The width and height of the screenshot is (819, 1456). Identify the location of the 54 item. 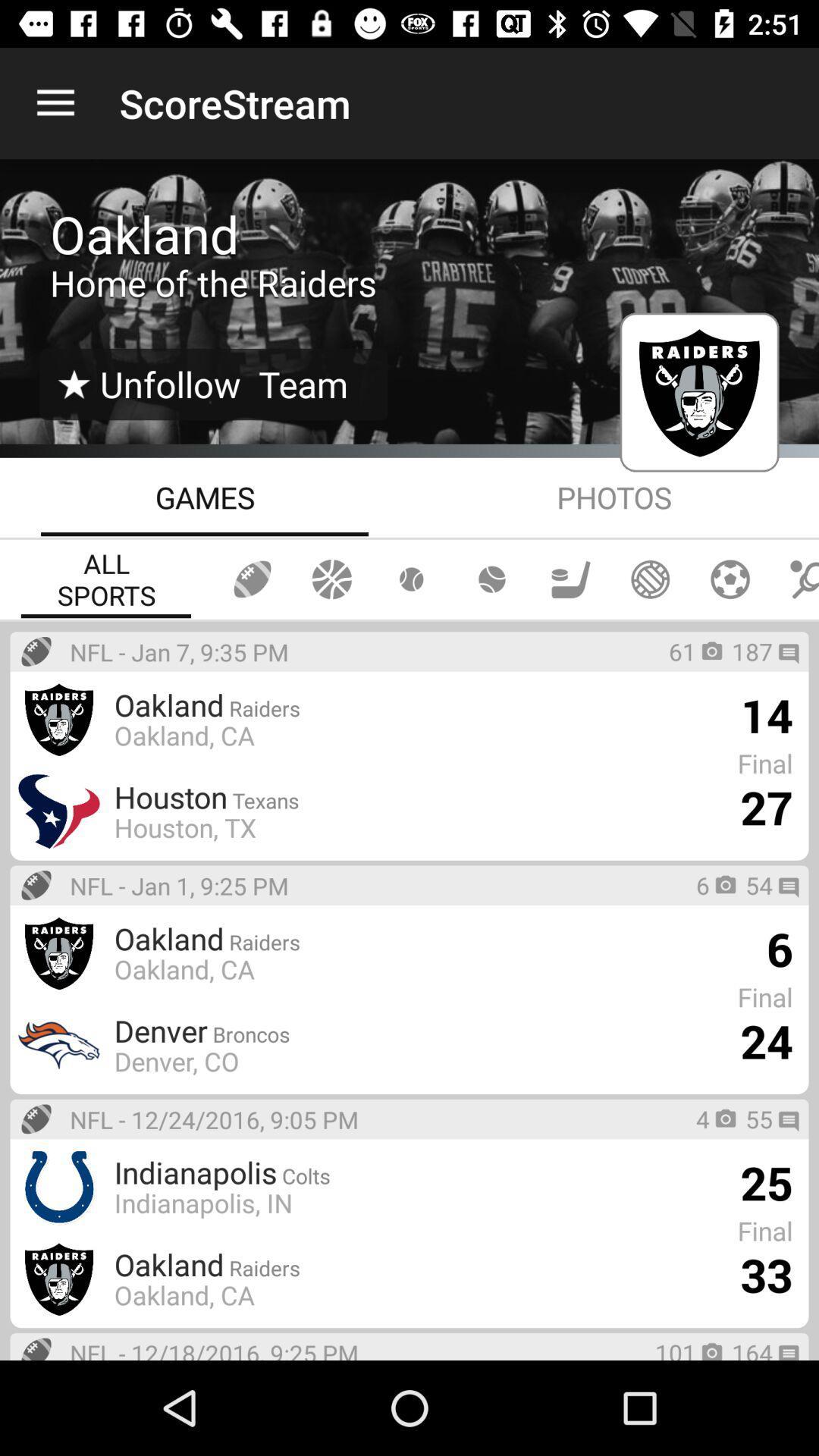
(759, 885).